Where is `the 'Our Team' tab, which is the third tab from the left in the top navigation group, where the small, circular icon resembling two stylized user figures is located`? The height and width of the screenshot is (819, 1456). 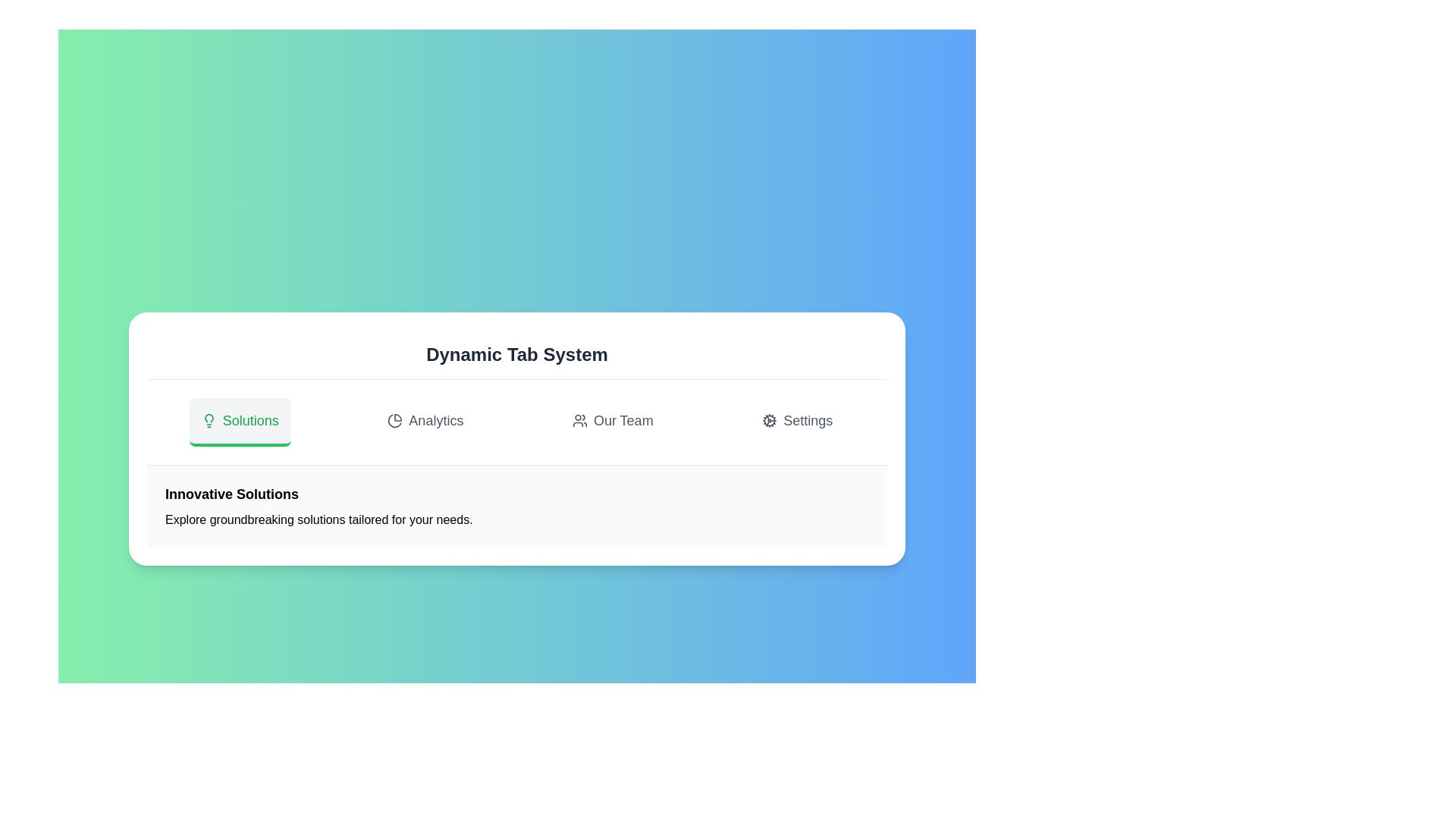
the 'Our Team' tab, which is the third tab from the left in the top navigation group, where the small, circular icon resembling two stylized user figures is located is located at coordinates (579, 421).